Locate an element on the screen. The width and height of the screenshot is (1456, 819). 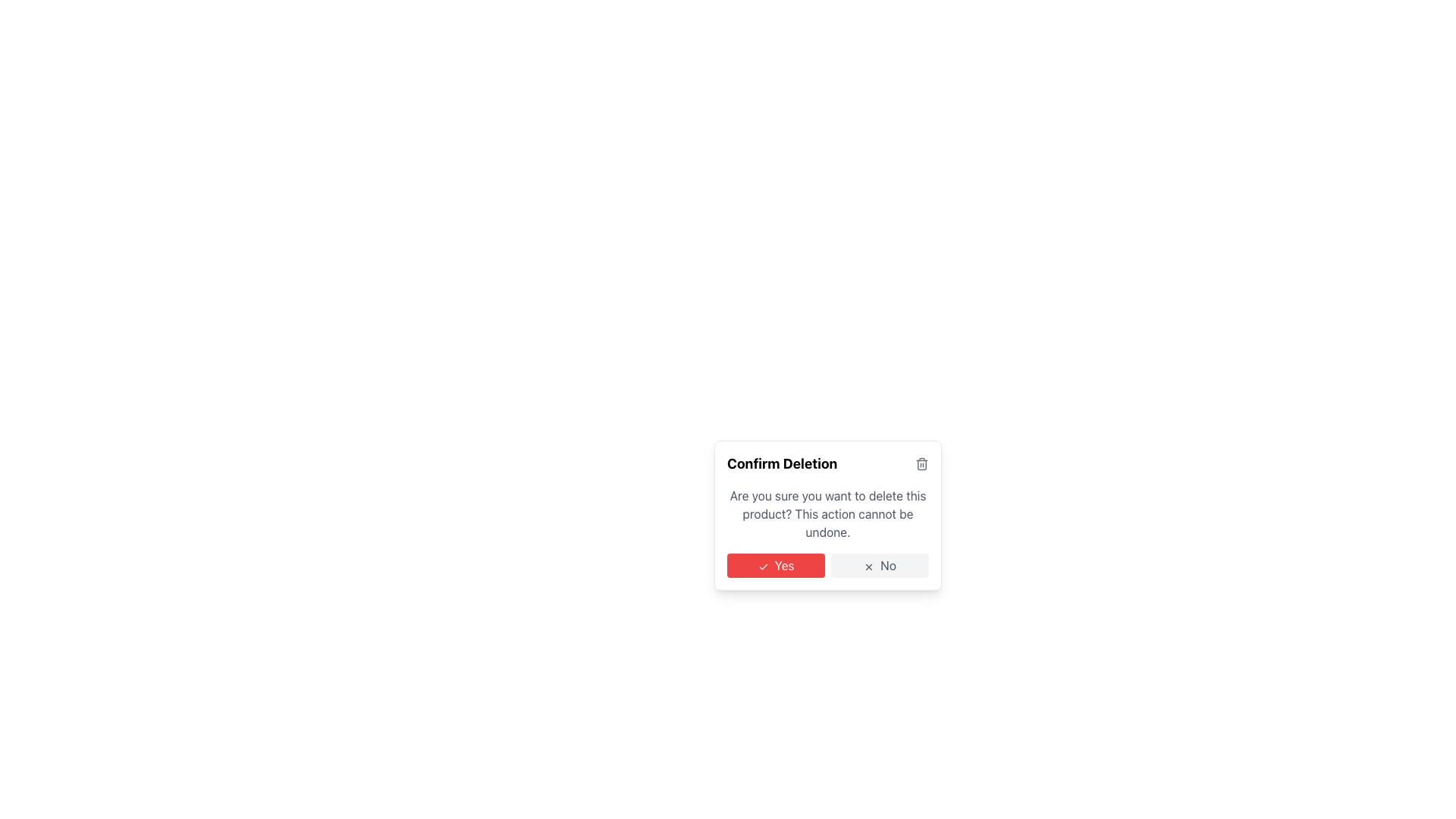
the text label that serves as the title for the confirmation modal, located at the top-left corner of the dialog box is located at coordinates (782, 463).